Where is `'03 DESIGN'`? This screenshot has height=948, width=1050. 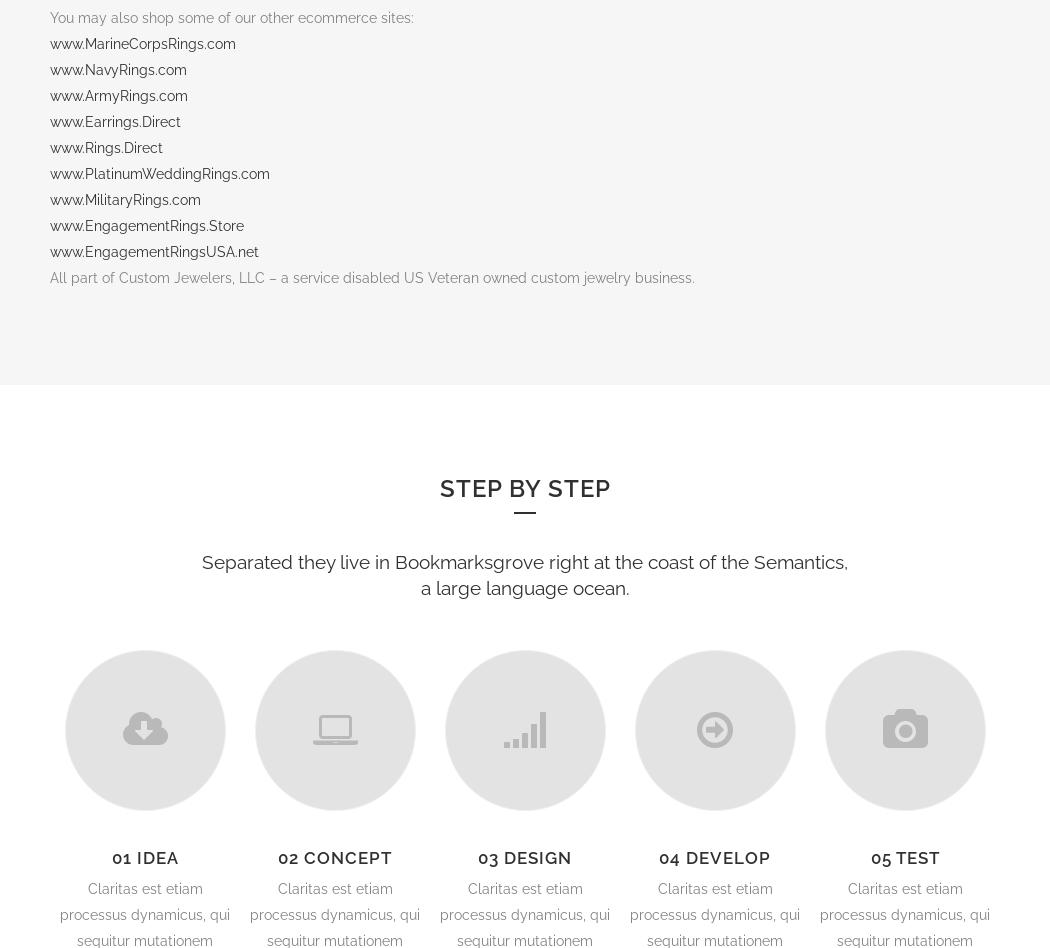
'03 DESIGN' is located at coordinates (525, 857).